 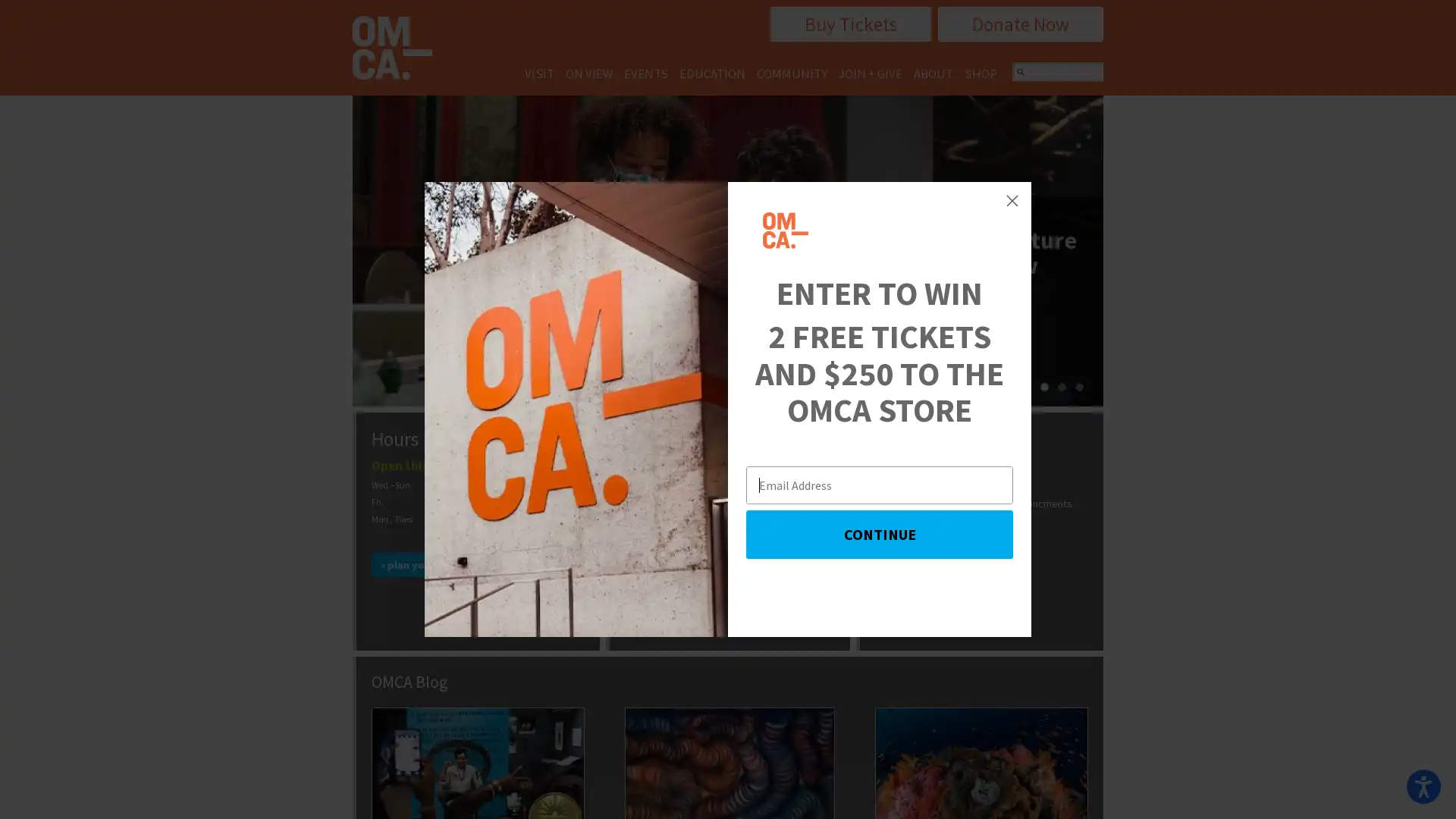 I want to click on Open accessibility options, statement and help, so click(x=1423, y=786).